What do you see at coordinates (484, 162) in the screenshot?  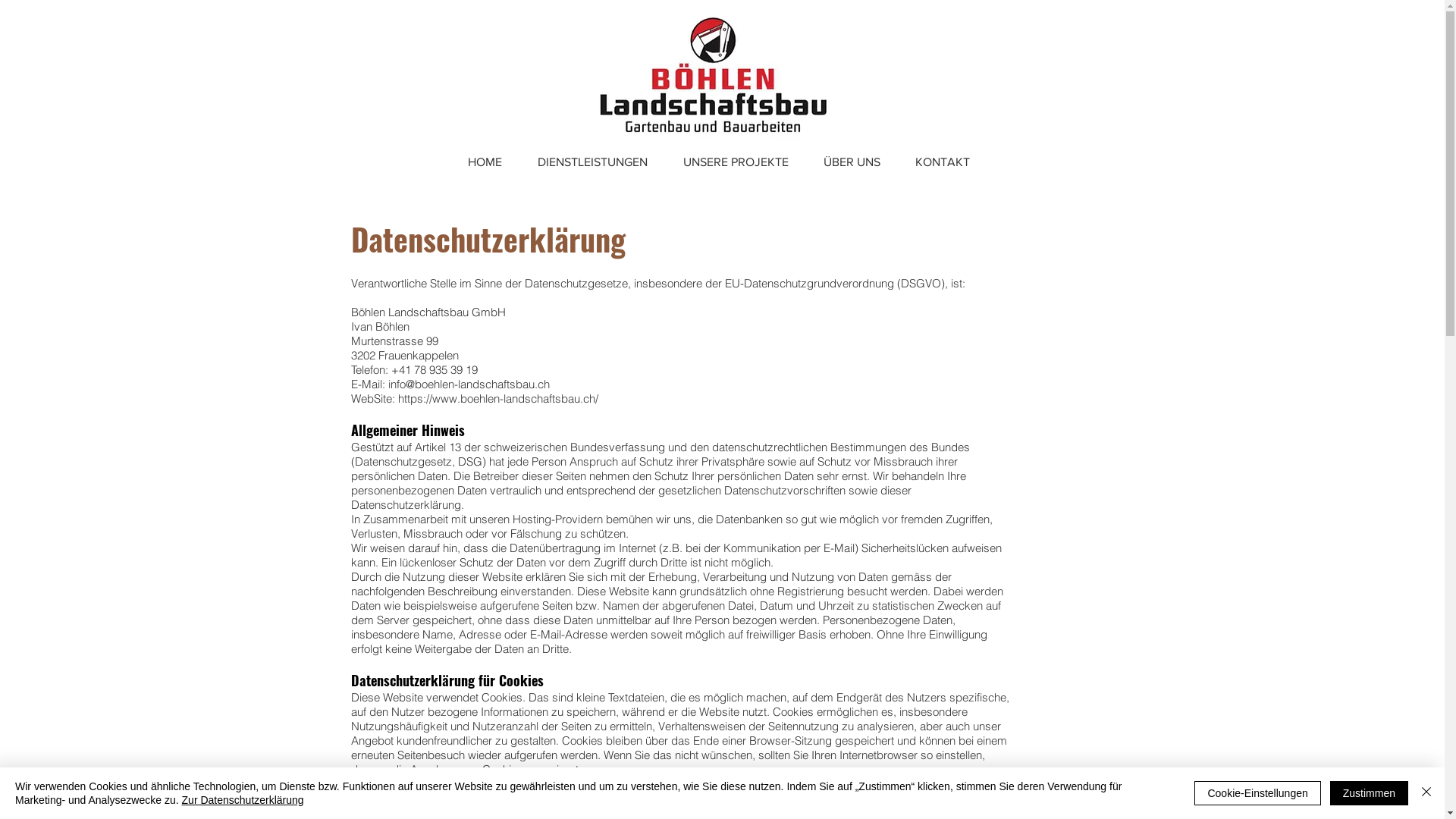 I see `'HOME'` at bounding box center [484, 162].